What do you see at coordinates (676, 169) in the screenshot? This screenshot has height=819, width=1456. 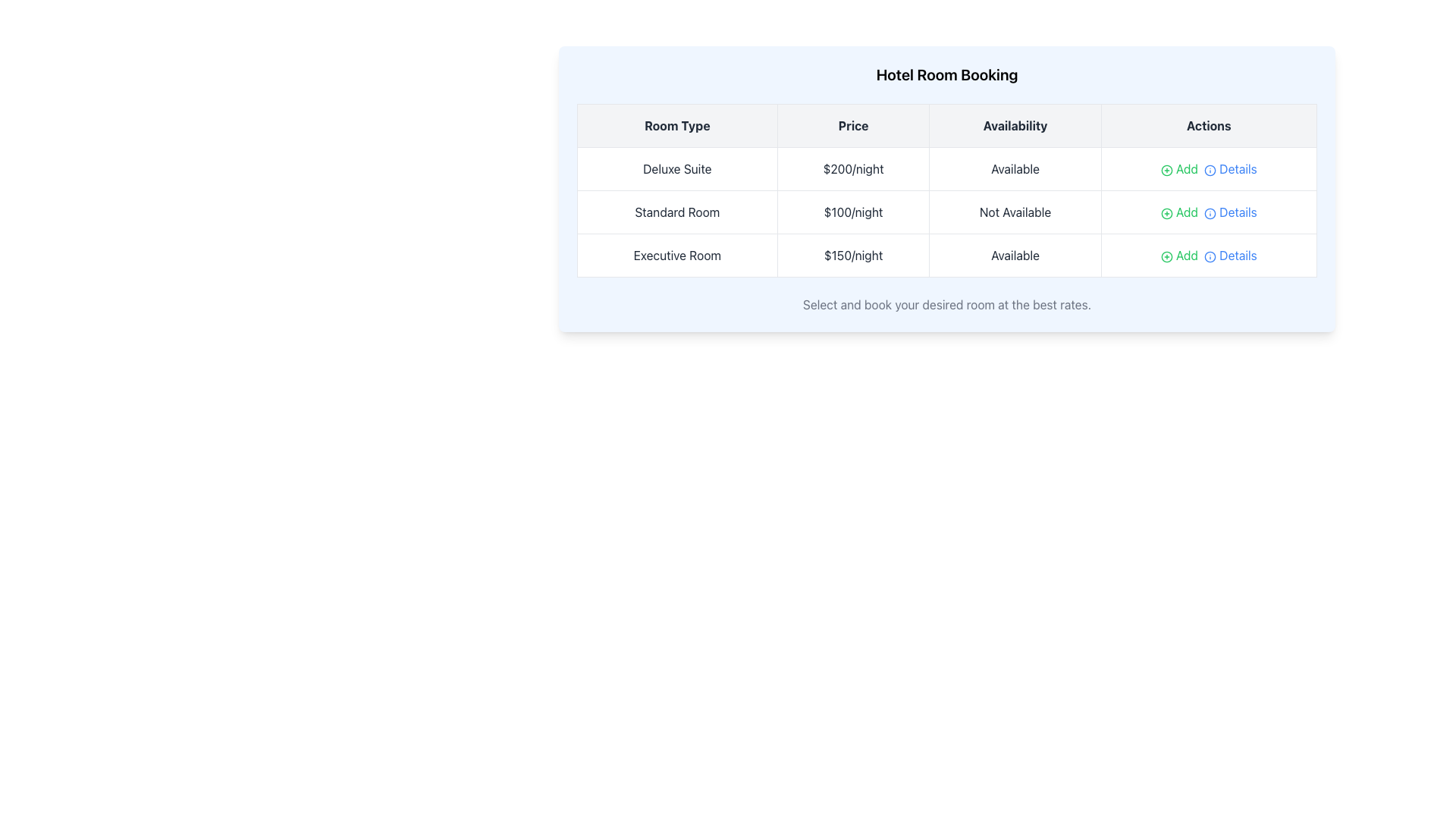 I see `the table cell displaying 'Deluxe Suite'` at bounding box center [676, 169].